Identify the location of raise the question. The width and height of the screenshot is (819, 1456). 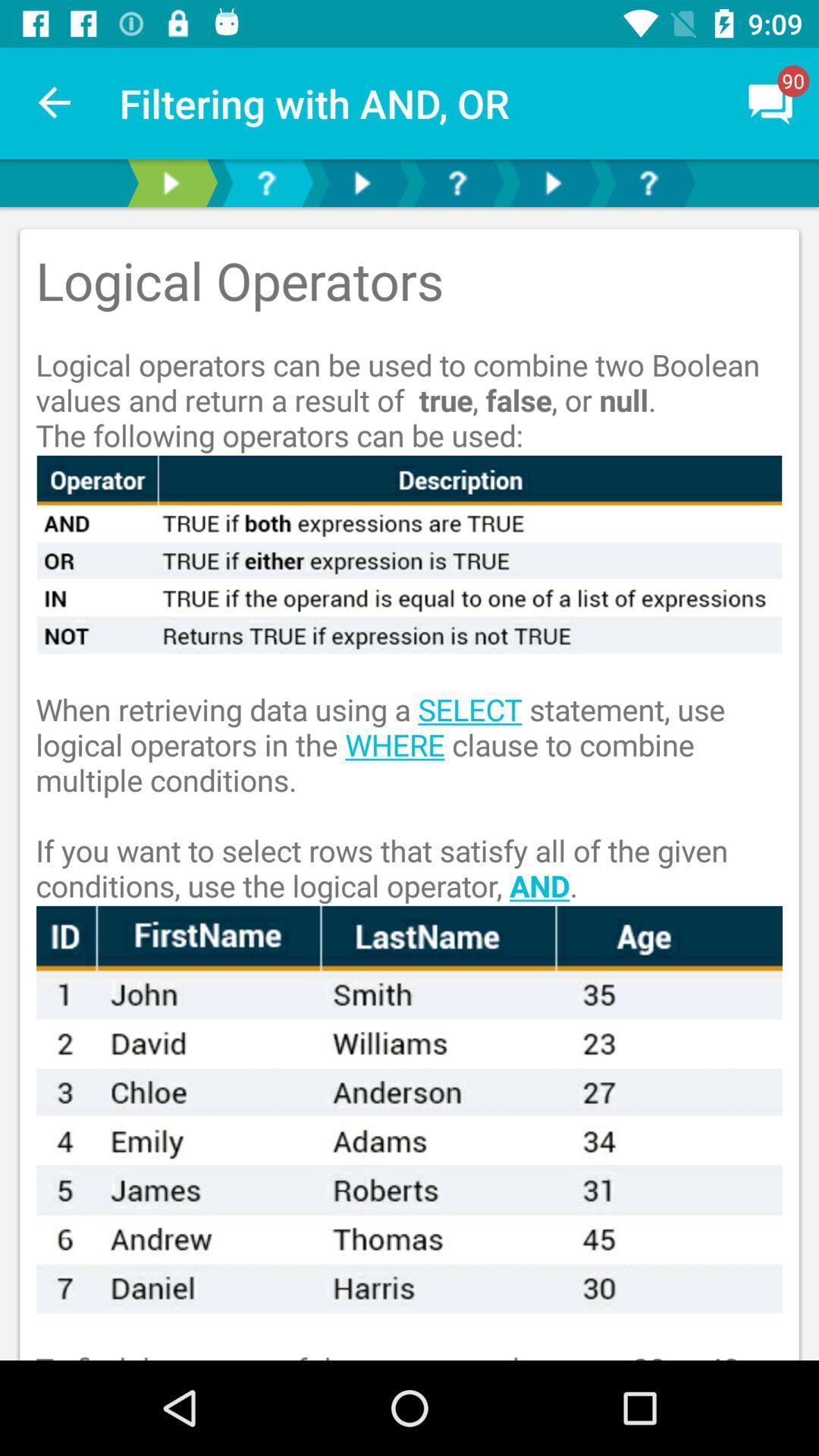
(456, 182).